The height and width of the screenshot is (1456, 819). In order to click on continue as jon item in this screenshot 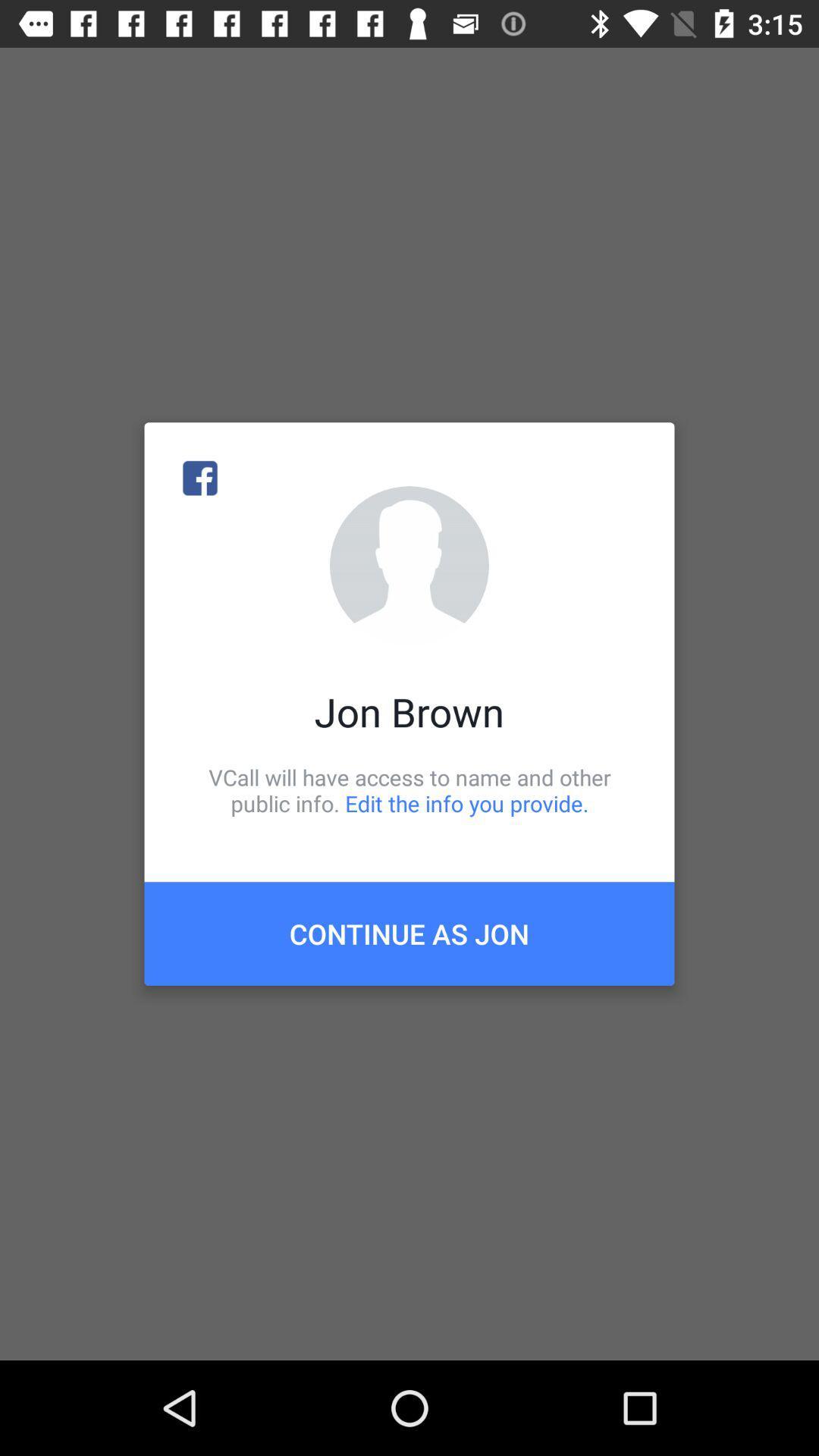, I will do `click(409, 933)`.